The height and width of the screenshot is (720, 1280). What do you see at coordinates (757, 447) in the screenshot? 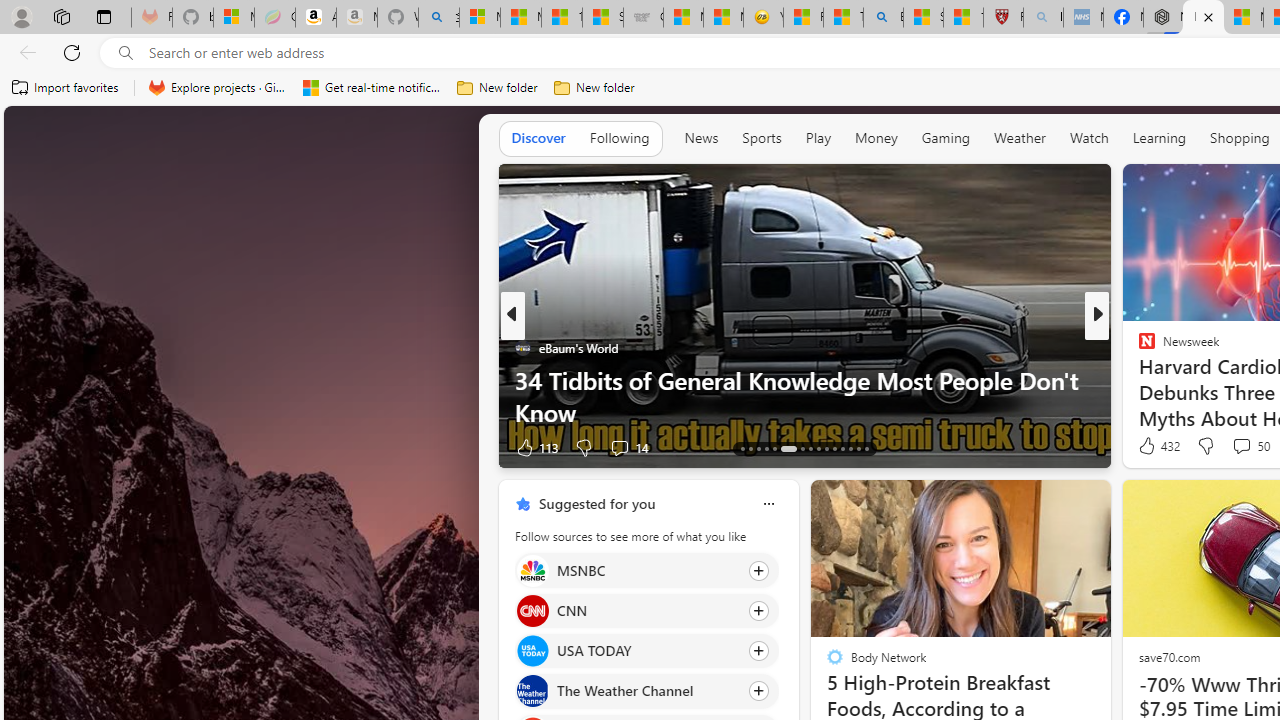
I see `'AutomationID: tab-68'` at bounding box center [757, 447].